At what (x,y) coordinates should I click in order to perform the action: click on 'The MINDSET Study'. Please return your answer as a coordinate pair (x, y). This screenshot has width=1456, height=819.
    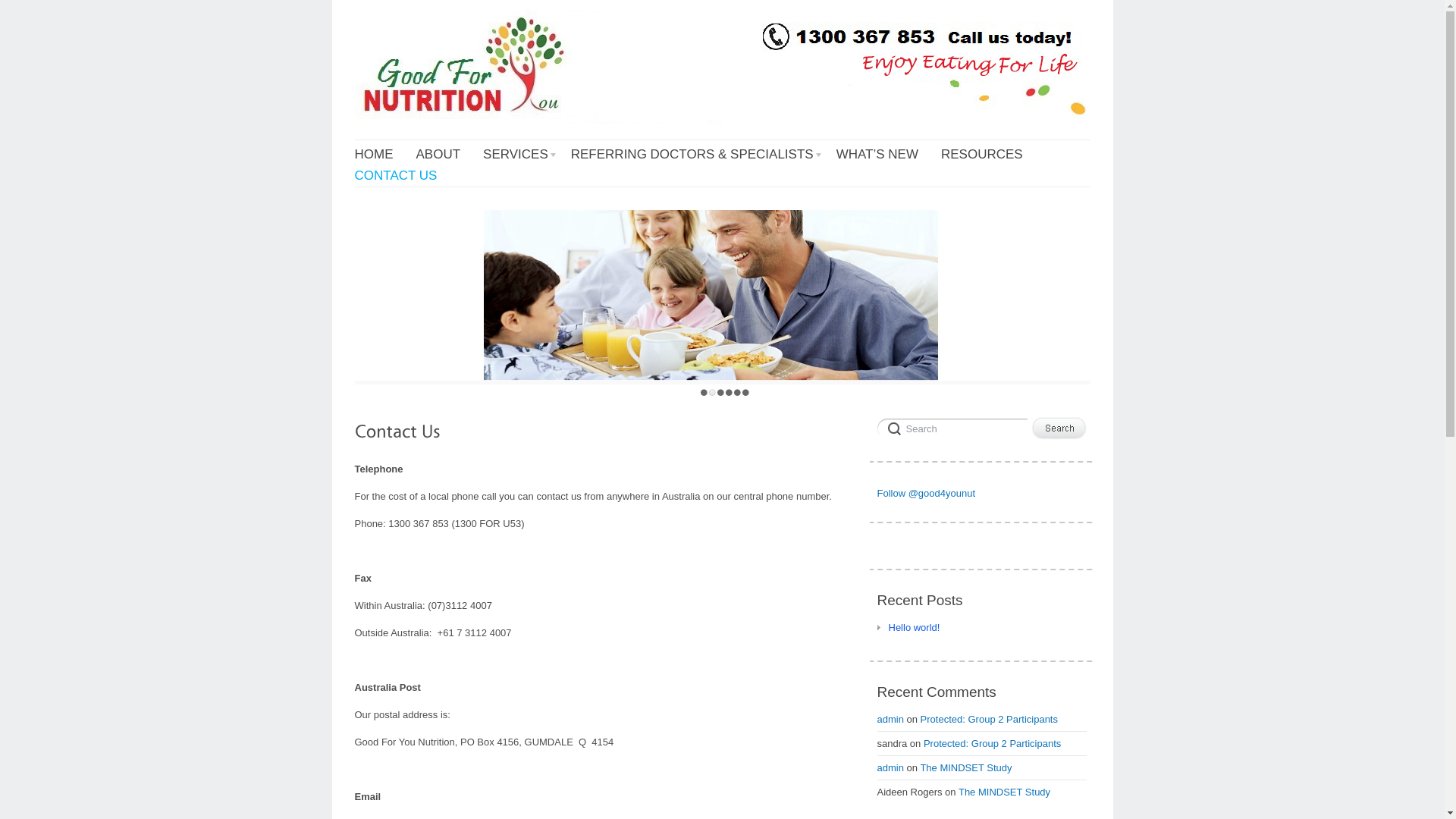
    Looking at the image, I should click on (965, 767).